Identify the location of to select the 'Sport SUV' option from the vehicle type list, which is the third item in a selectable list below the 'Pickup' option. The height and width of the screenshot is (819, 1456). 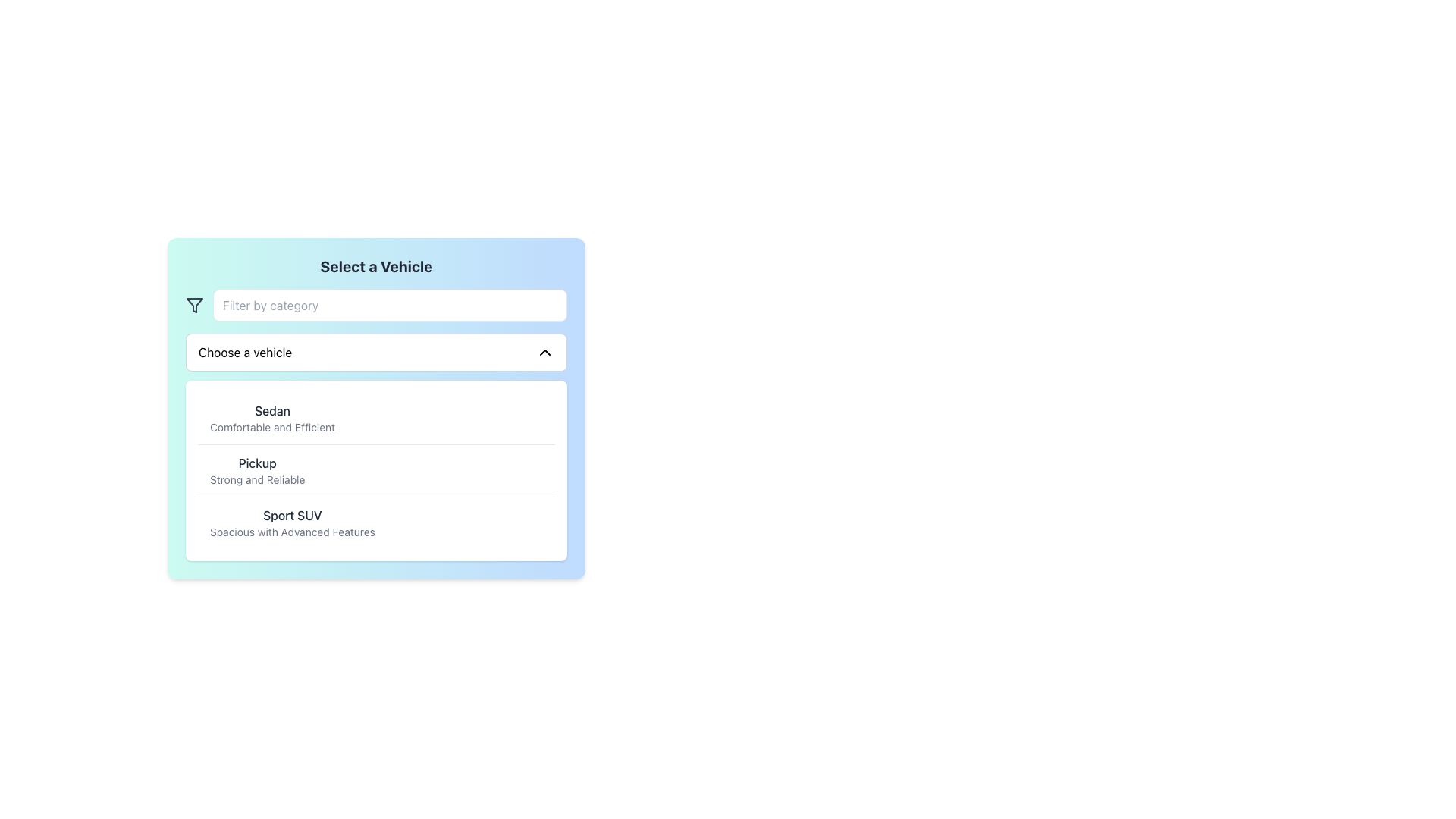
(292, 522).